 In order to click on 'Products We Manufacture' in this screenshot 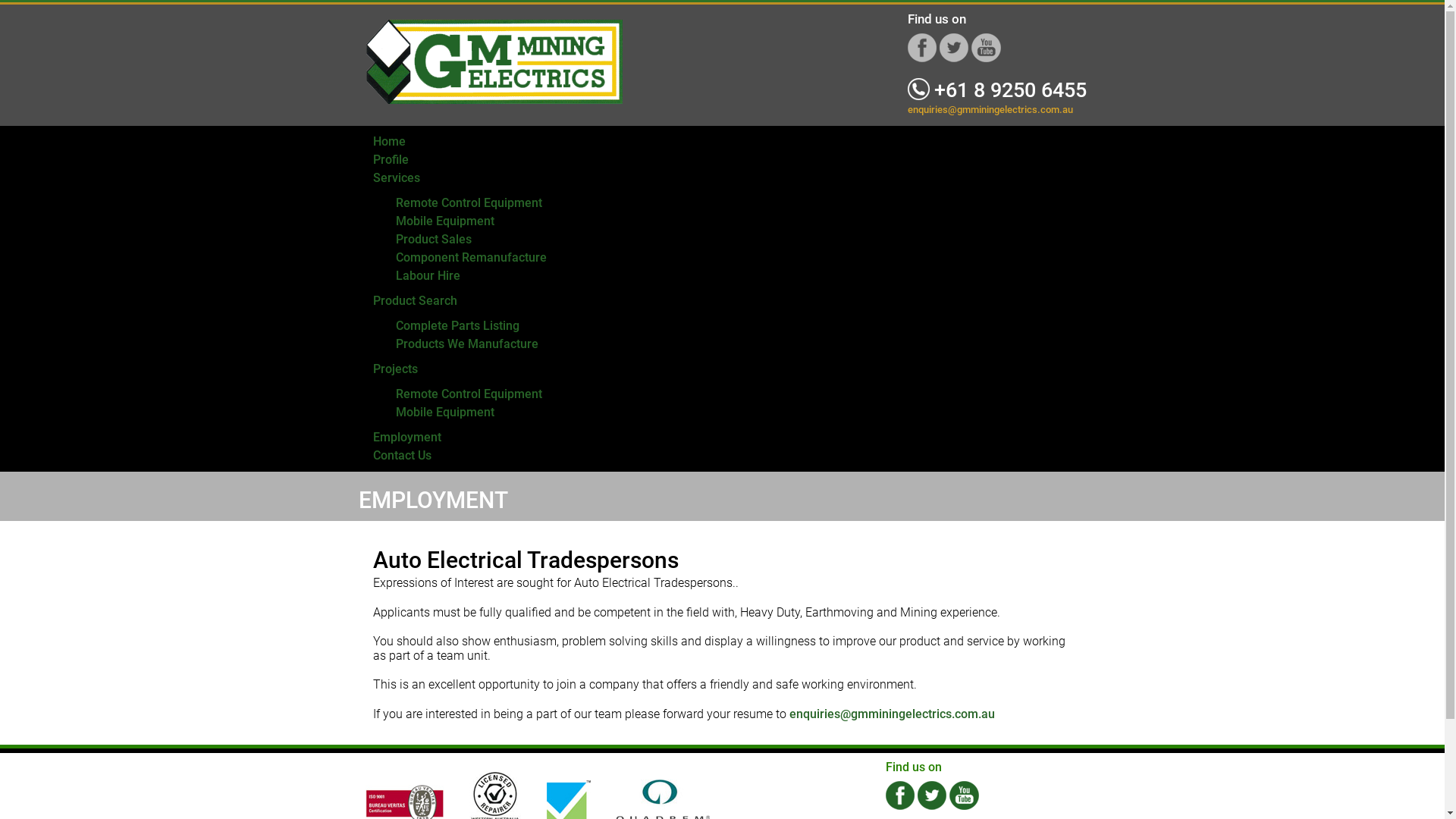, I will do `click(466, 344)`.